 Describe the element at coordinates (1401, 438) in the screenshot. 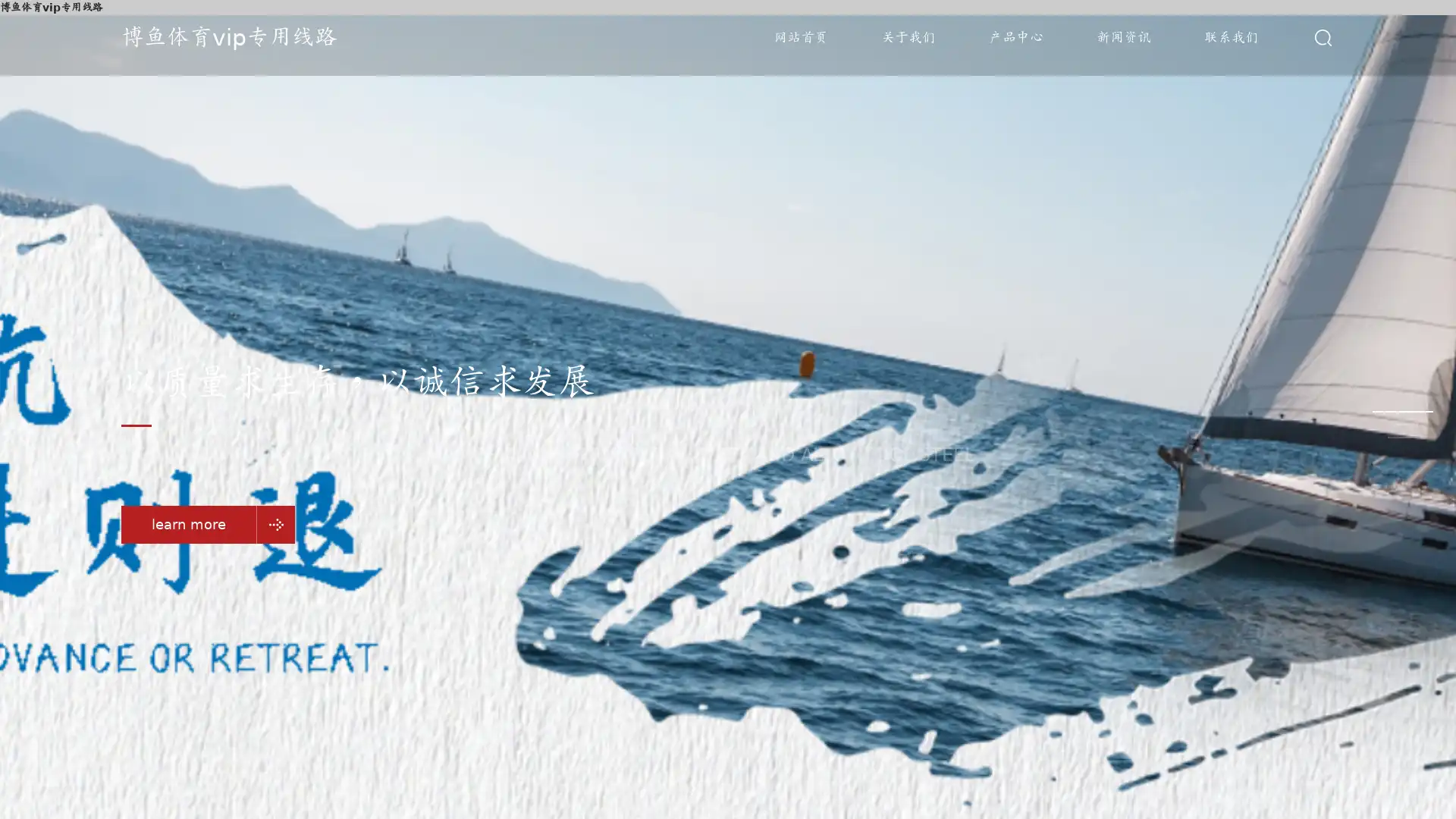

I see `Go to slide 3` at that location.